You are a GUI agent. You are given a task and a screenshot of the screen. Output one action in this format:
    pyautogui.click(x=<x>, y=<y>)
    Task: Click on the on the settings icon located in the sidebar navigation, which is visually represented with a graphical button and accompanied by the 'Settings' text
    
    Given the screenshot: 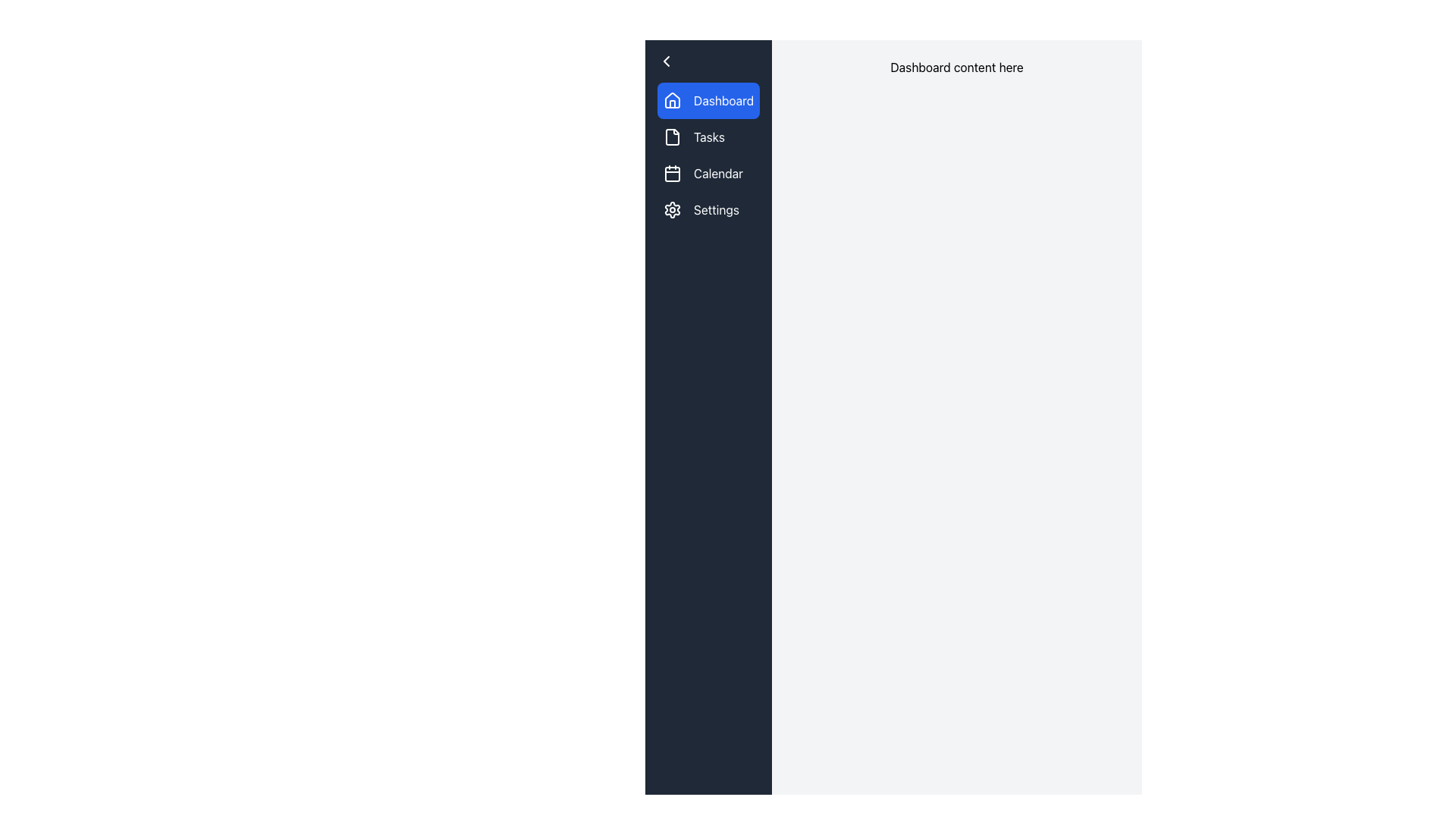 What is the action you would take?
    pyautogui.click(x=672, y=210)
    